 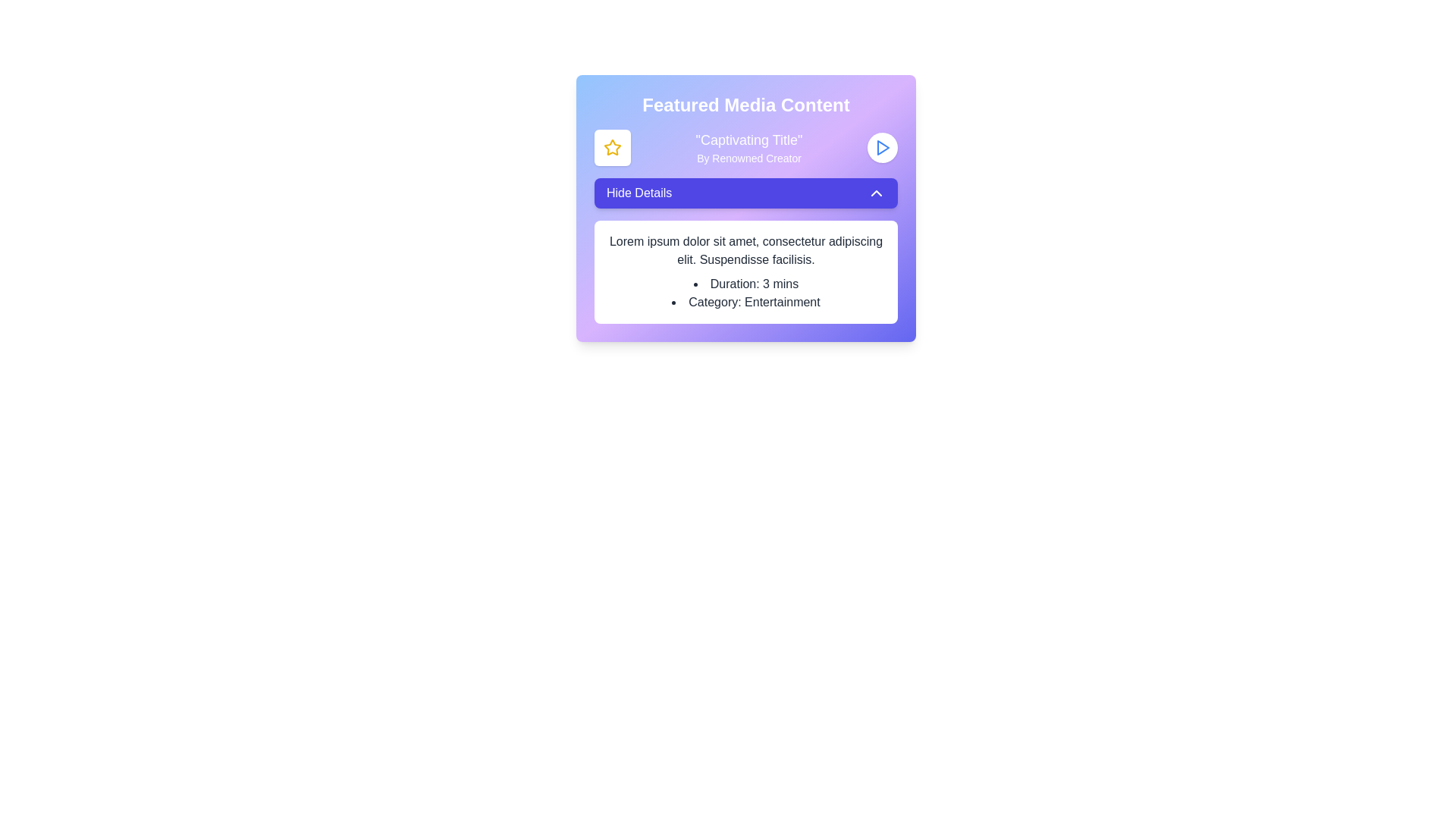 I want to click on the play button icon located in the header area of the 'Featured Media Content' card, so click(x=882, y=148).